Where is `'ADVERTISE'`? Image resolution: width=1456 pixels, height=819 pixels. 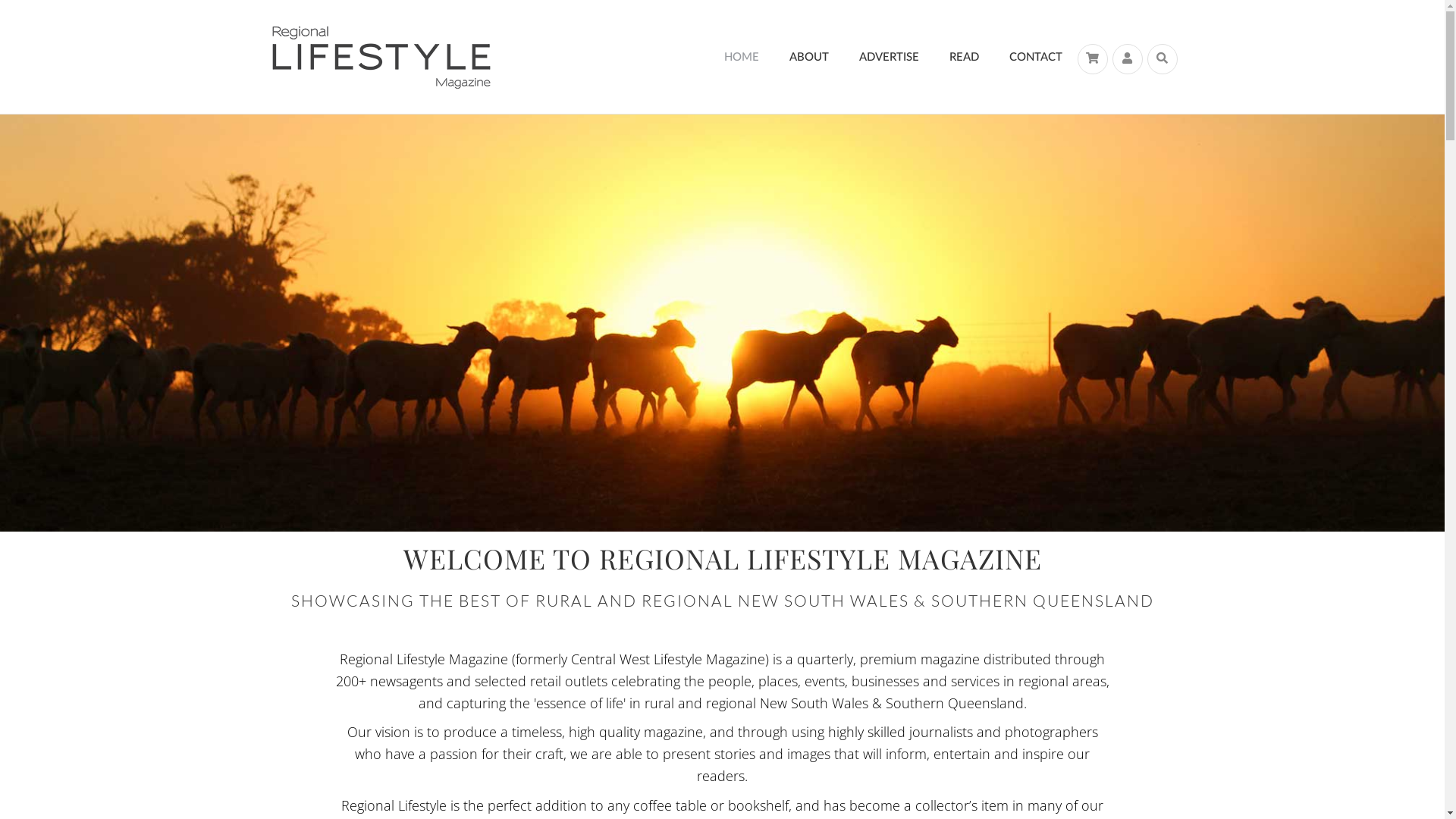
'ADVERTISE' is located at coordinates (888, 56).